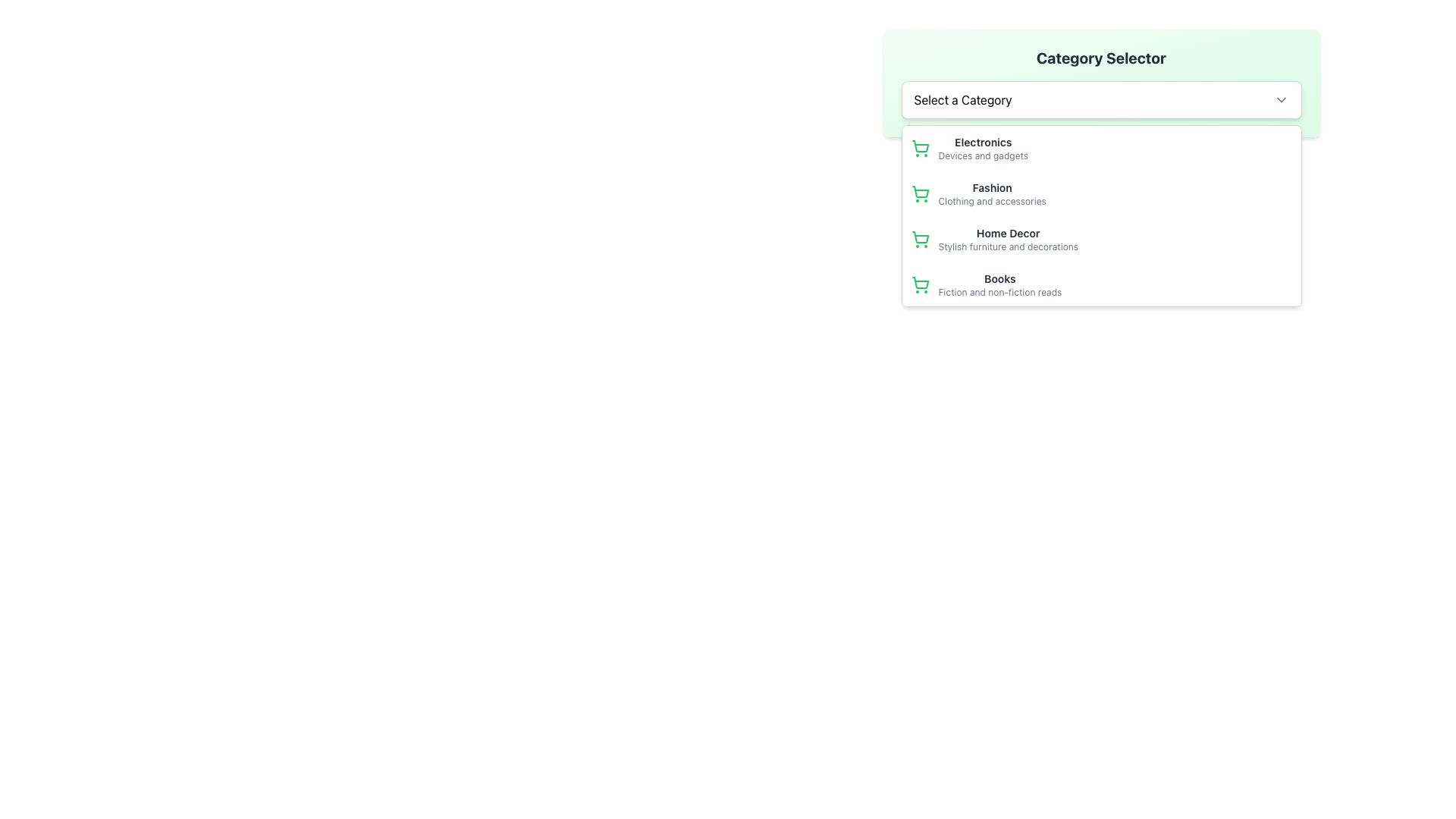  Describe the element at coordinates (919, 193) in the screenshot. I see `the shopping cart icon styled with thin green lines located to the left of the 'Fashion' label in the 'Category Selector' dropdown menu` at that location.